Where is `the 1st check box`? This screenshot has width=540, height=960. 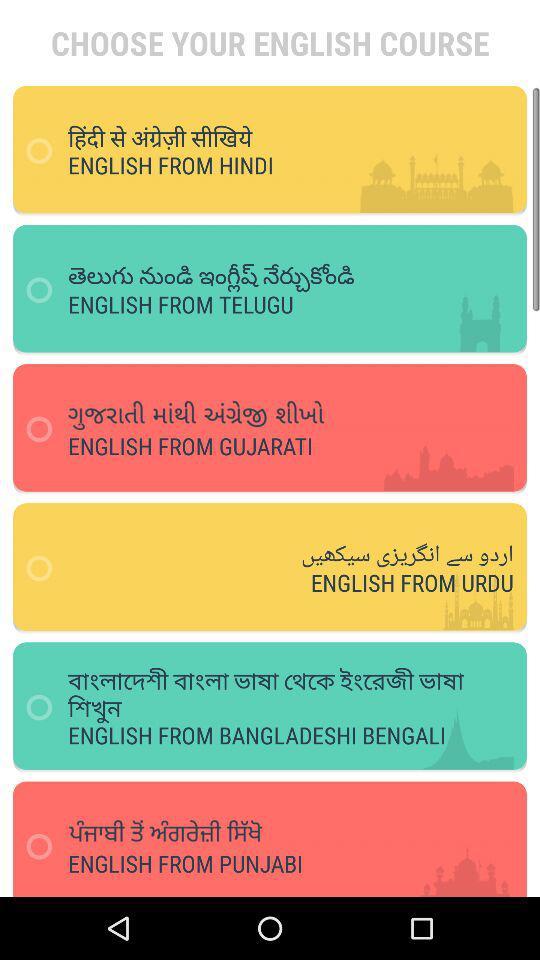
the 1st check box is located at coordinates (46, 150).